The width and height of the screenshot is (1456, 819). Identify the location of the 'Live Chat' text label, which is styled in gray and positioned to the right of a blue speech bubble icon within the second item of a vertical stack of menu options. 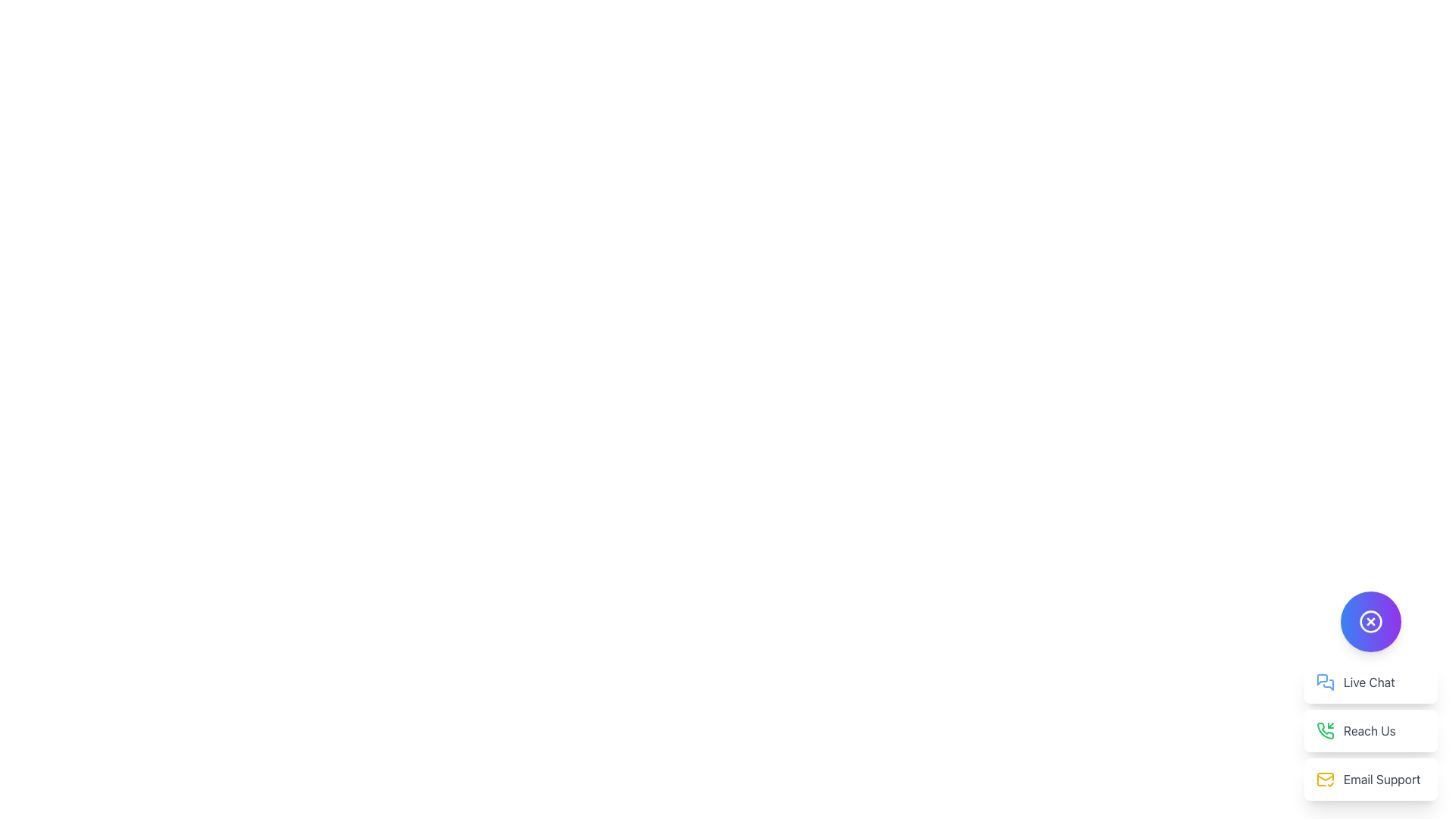
(1369, 681).